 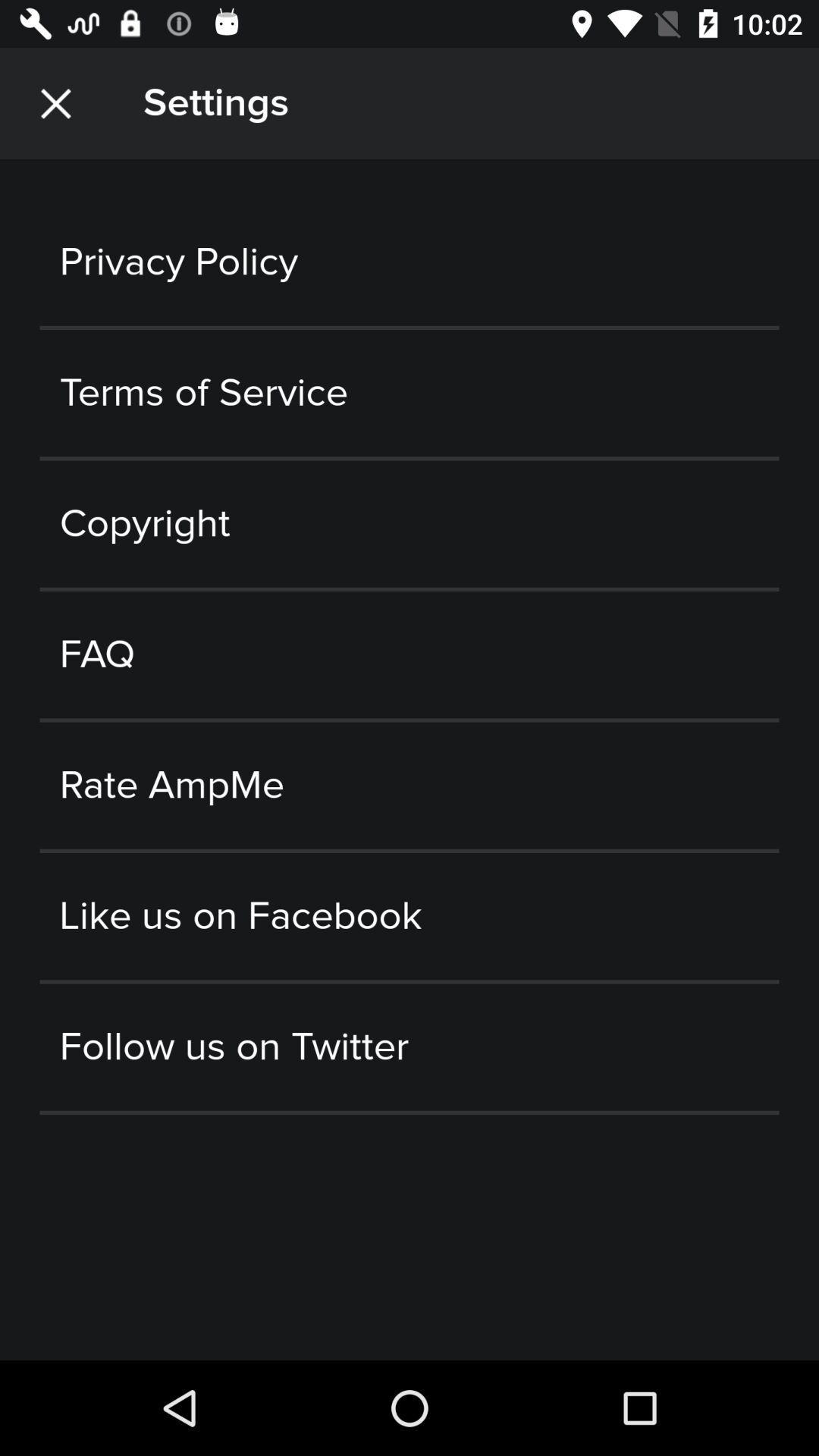 I want to click on privacy policy icon, so click(x=409, y=262).